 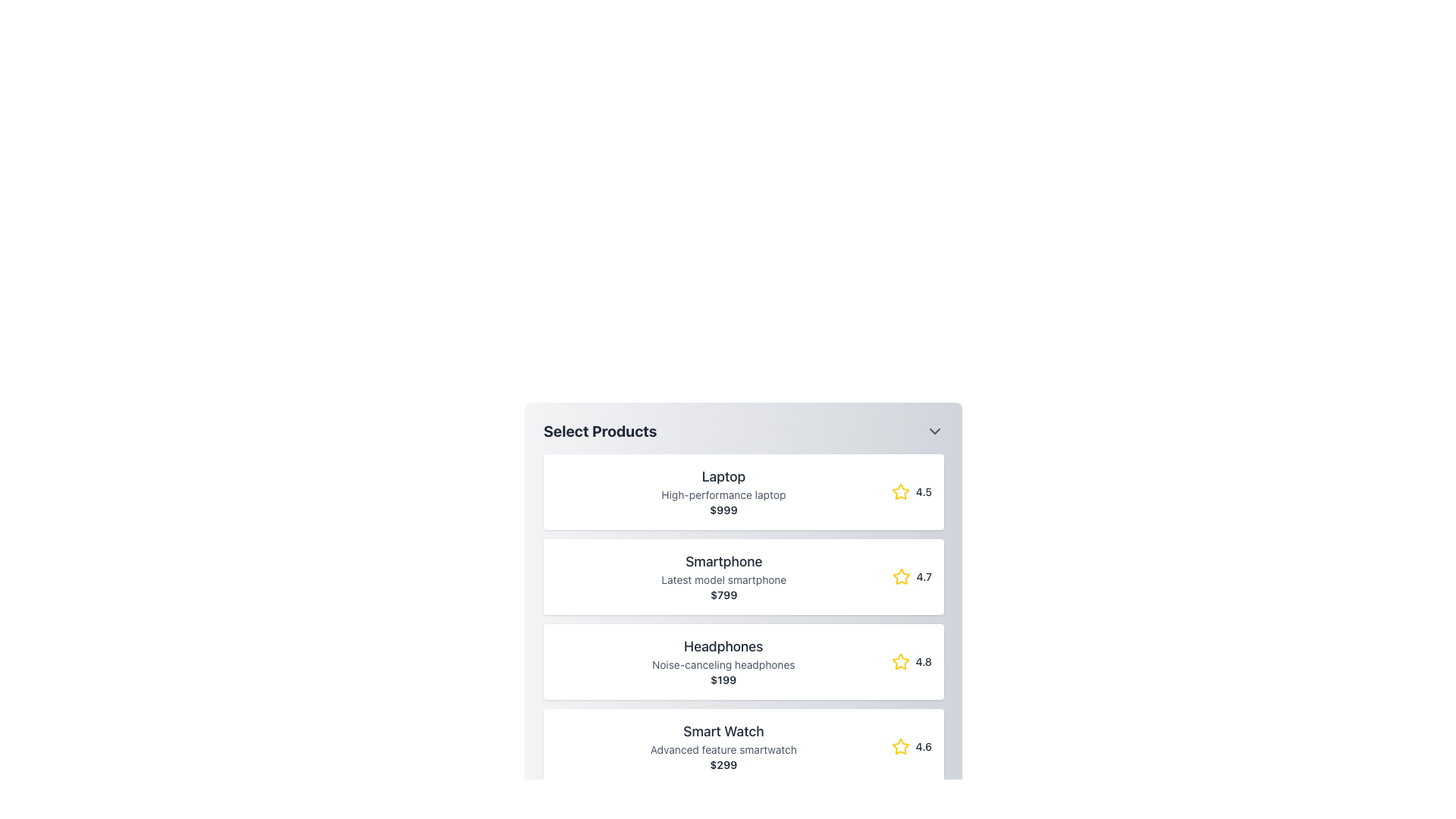 I want to click on the star-shaped rating icon with yellow outlines located next to the text '4.5' in the 'Select Products' list item, so click(x=900, y=491).